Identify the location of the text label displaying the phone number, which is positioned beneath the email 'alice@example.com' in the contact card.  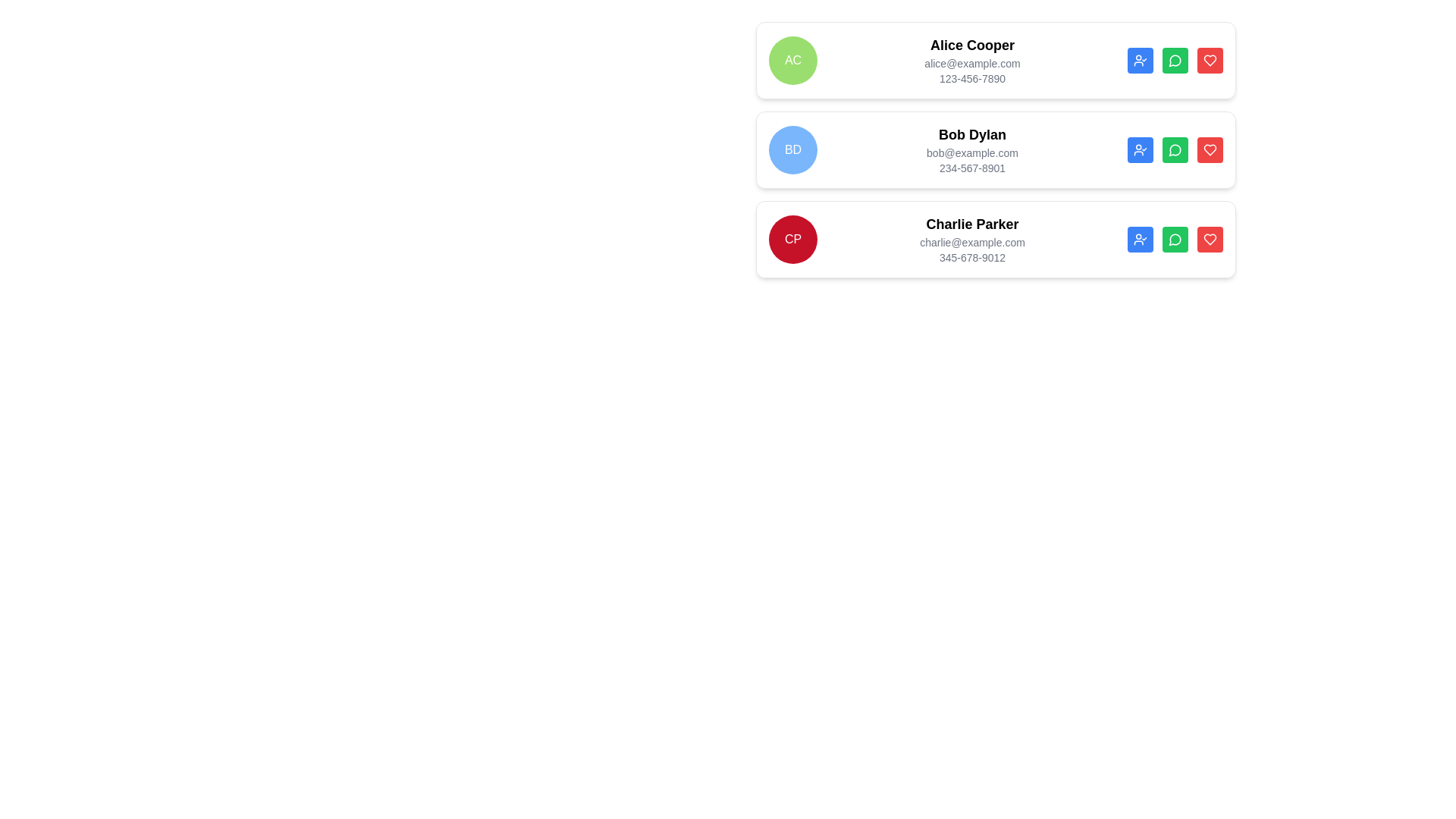
(972, 79).